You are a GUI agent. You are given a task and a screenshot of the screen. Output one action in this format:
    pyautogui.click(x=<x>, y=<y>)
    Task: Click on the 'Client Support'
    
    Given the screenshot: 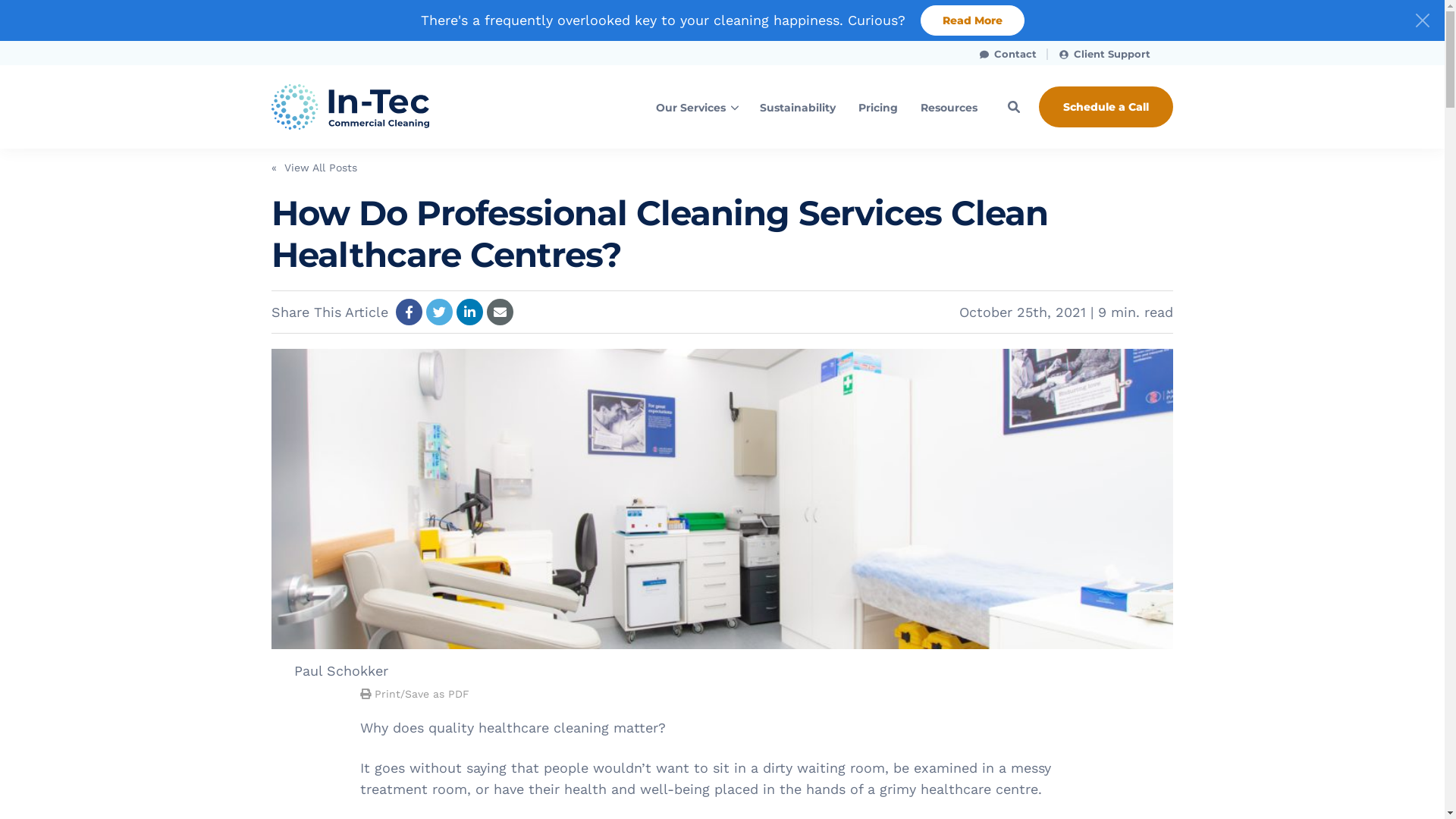 What is the action you would take?
    pyautogui.click(x=1047, y=52)
    